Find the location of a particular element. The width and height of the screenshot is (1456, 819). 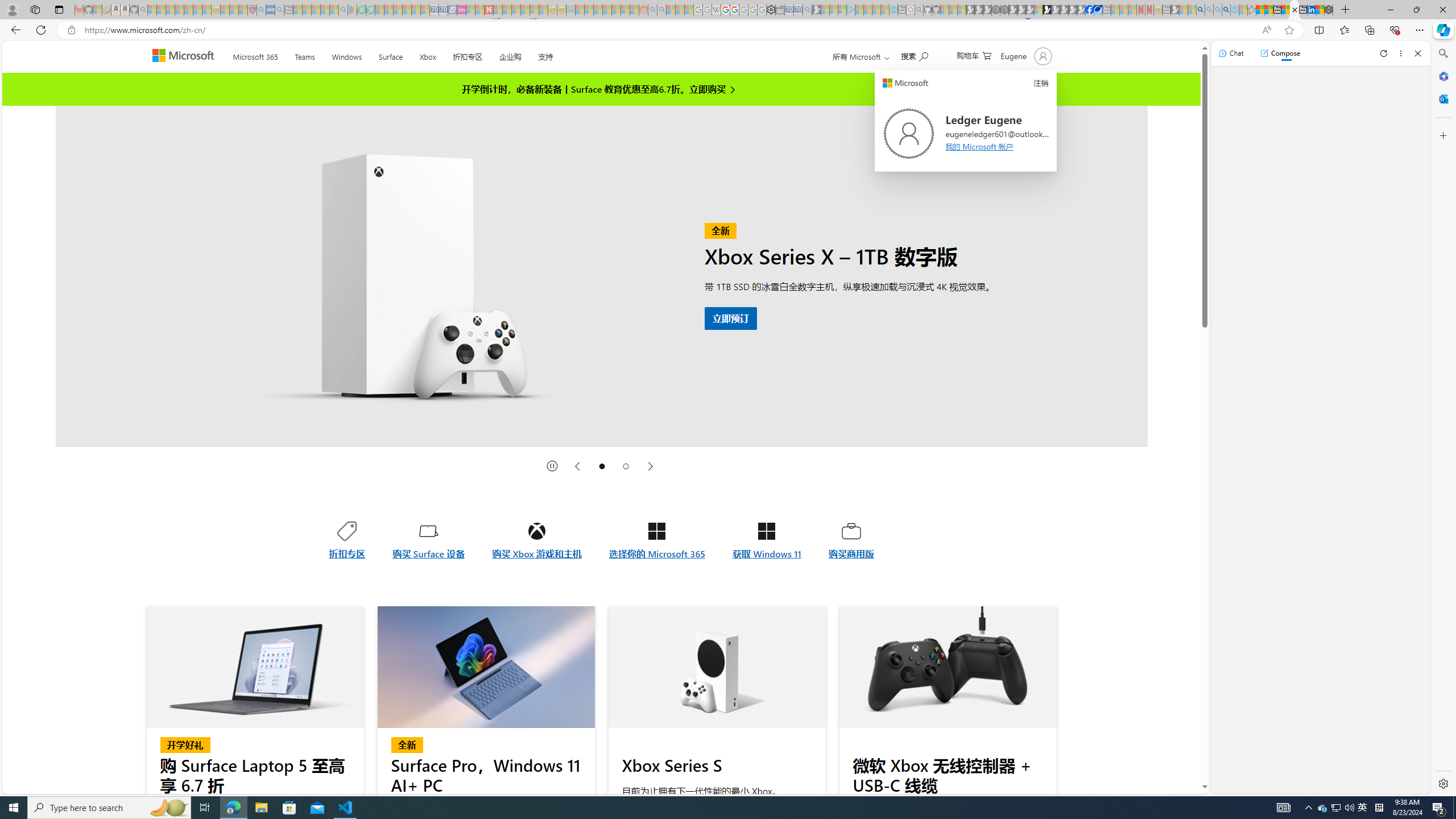

'Personal Profile' is located at coordinates (11, 9).